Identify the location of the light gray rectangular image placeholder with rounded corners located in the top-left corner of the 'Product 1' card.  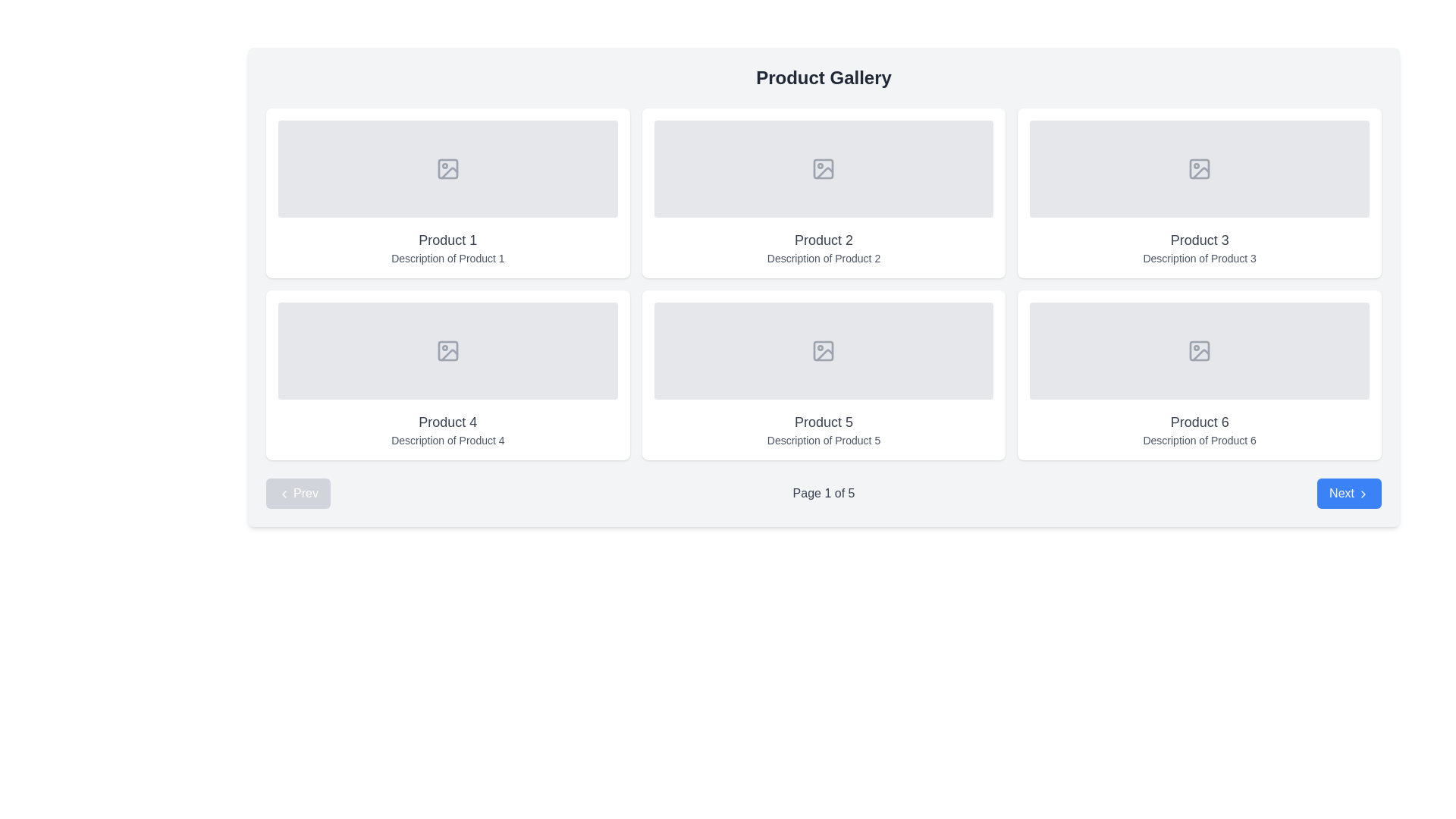
(447, 169).